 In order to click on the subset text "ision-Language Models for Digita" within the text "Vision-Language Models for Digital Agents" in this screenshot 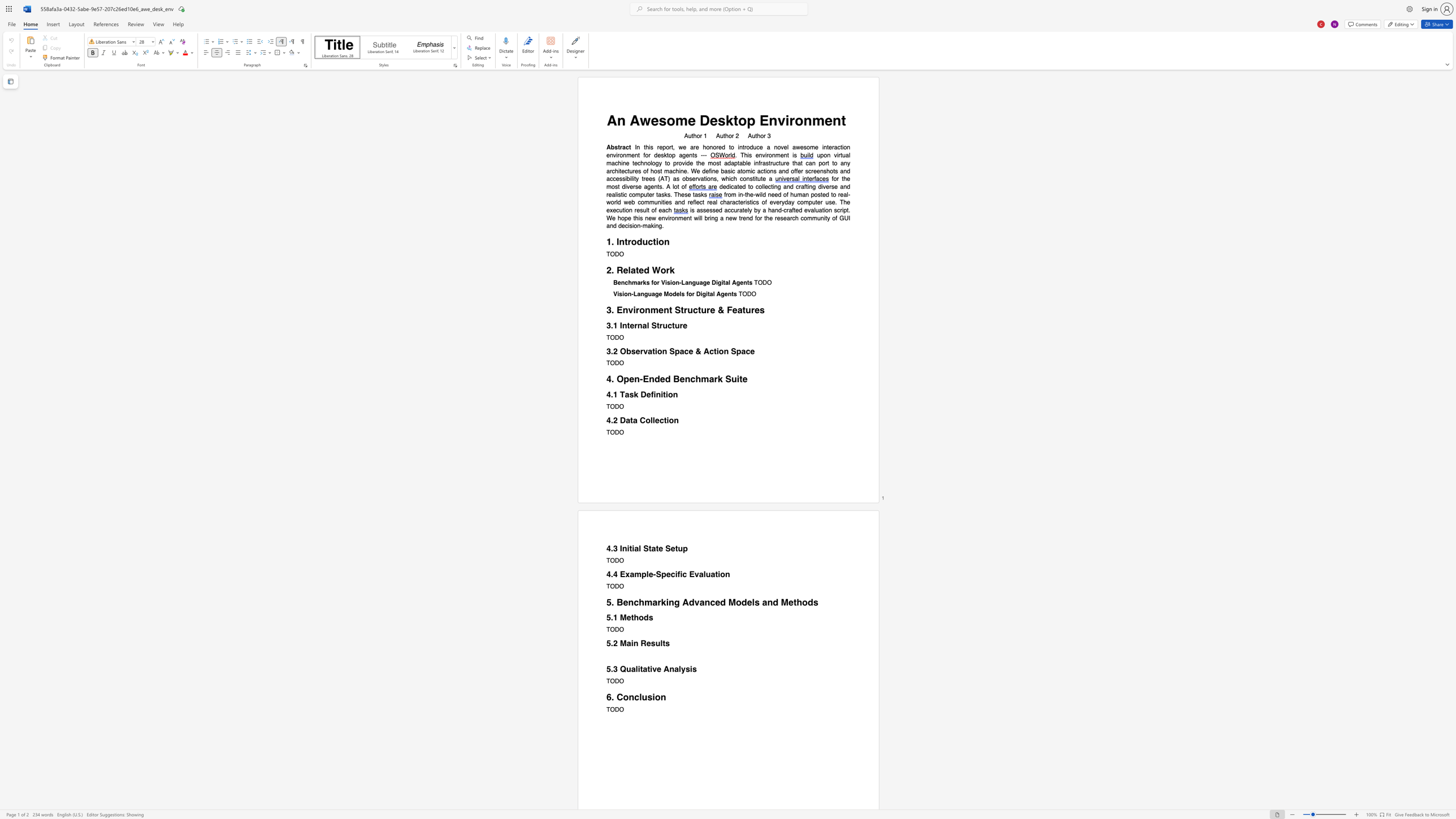, I will do `click(617, 294)`.